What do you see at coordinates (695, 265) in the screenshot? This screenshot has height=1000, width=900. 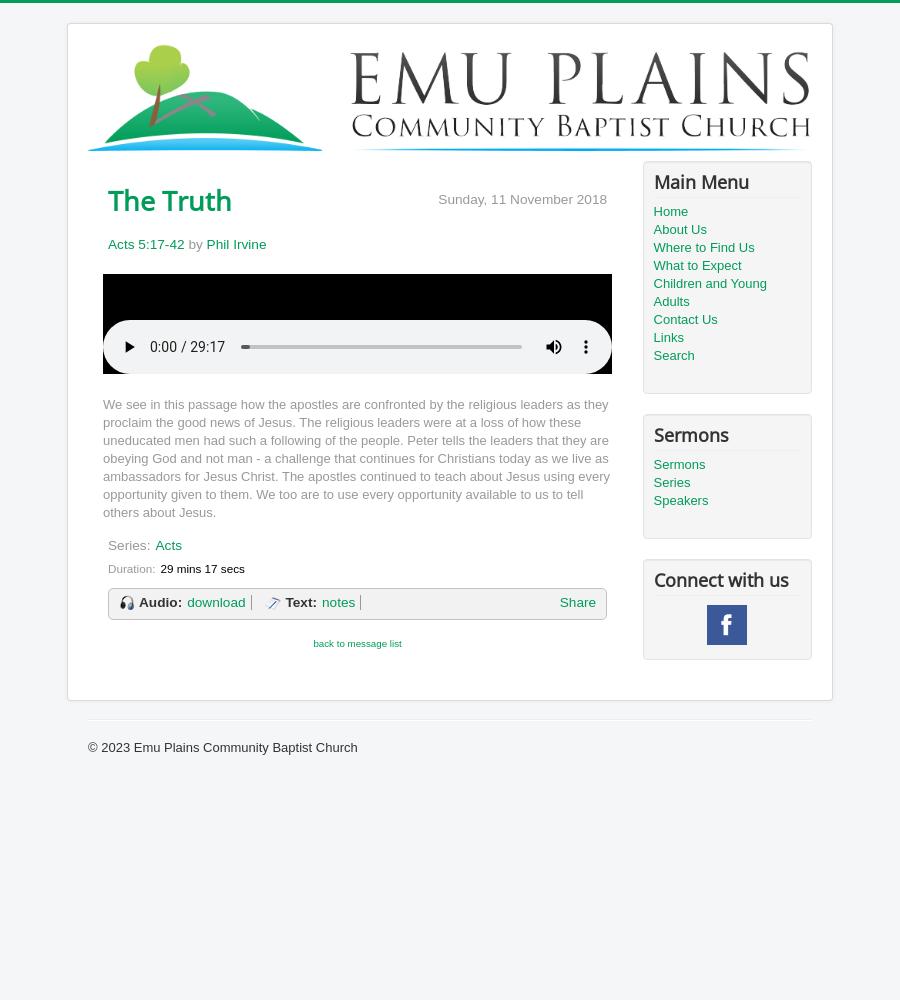 I see `'What to Expect'` at bounding box center [695, 265].